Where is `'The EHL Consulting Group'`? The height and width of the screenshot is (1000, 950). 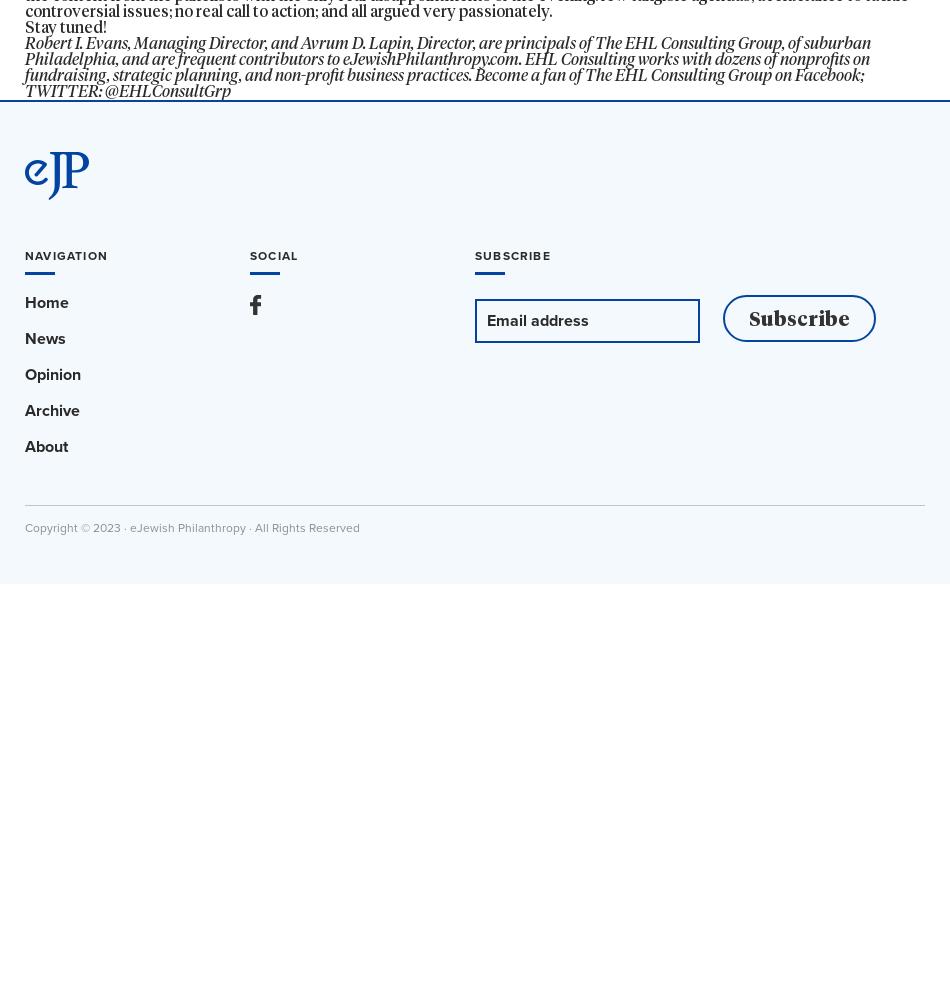 'The EHL Consulting Group' is located at coordinates (688, 43).